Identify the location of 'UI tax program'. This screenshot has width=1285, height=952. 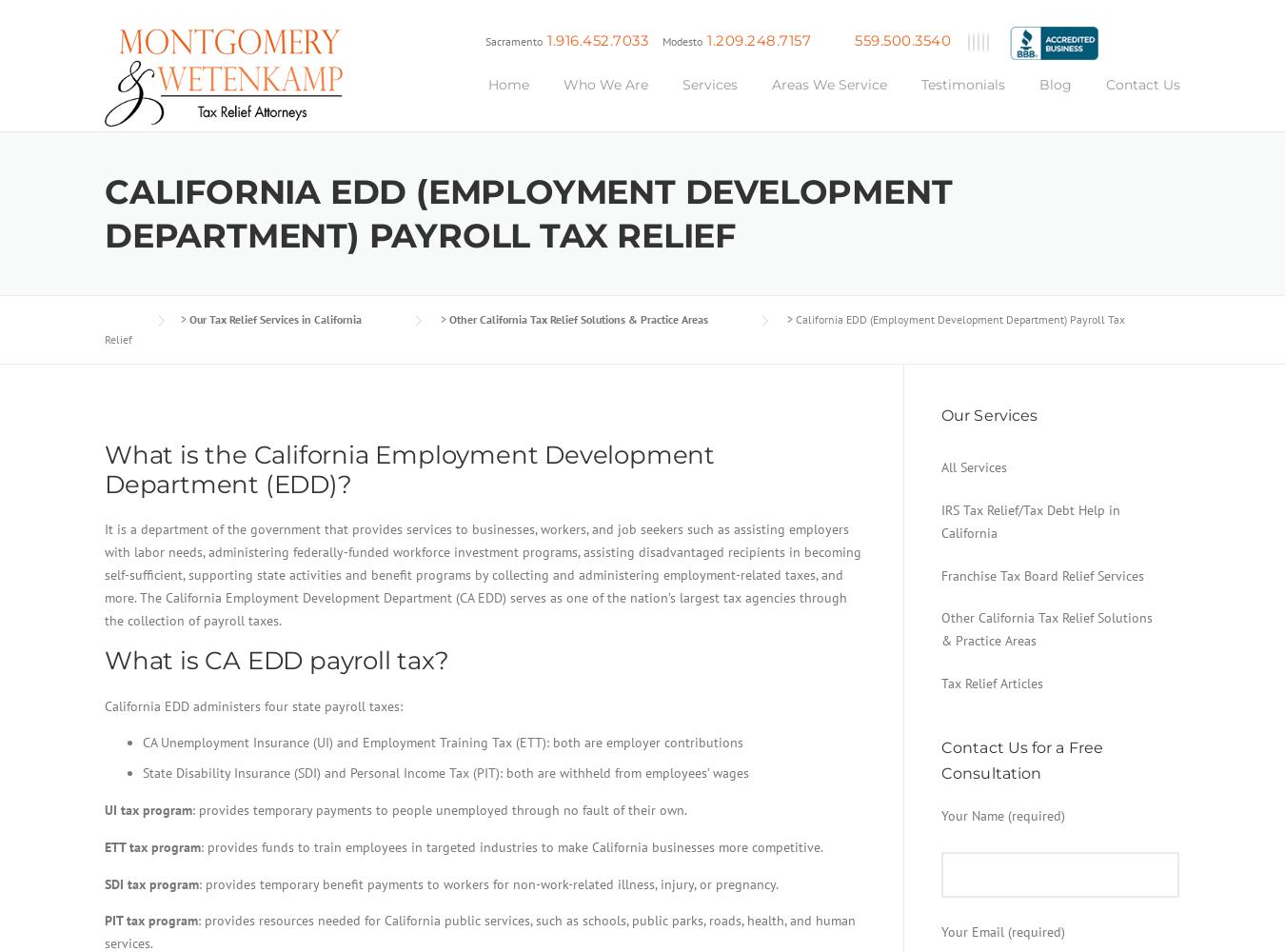
(148, 809).